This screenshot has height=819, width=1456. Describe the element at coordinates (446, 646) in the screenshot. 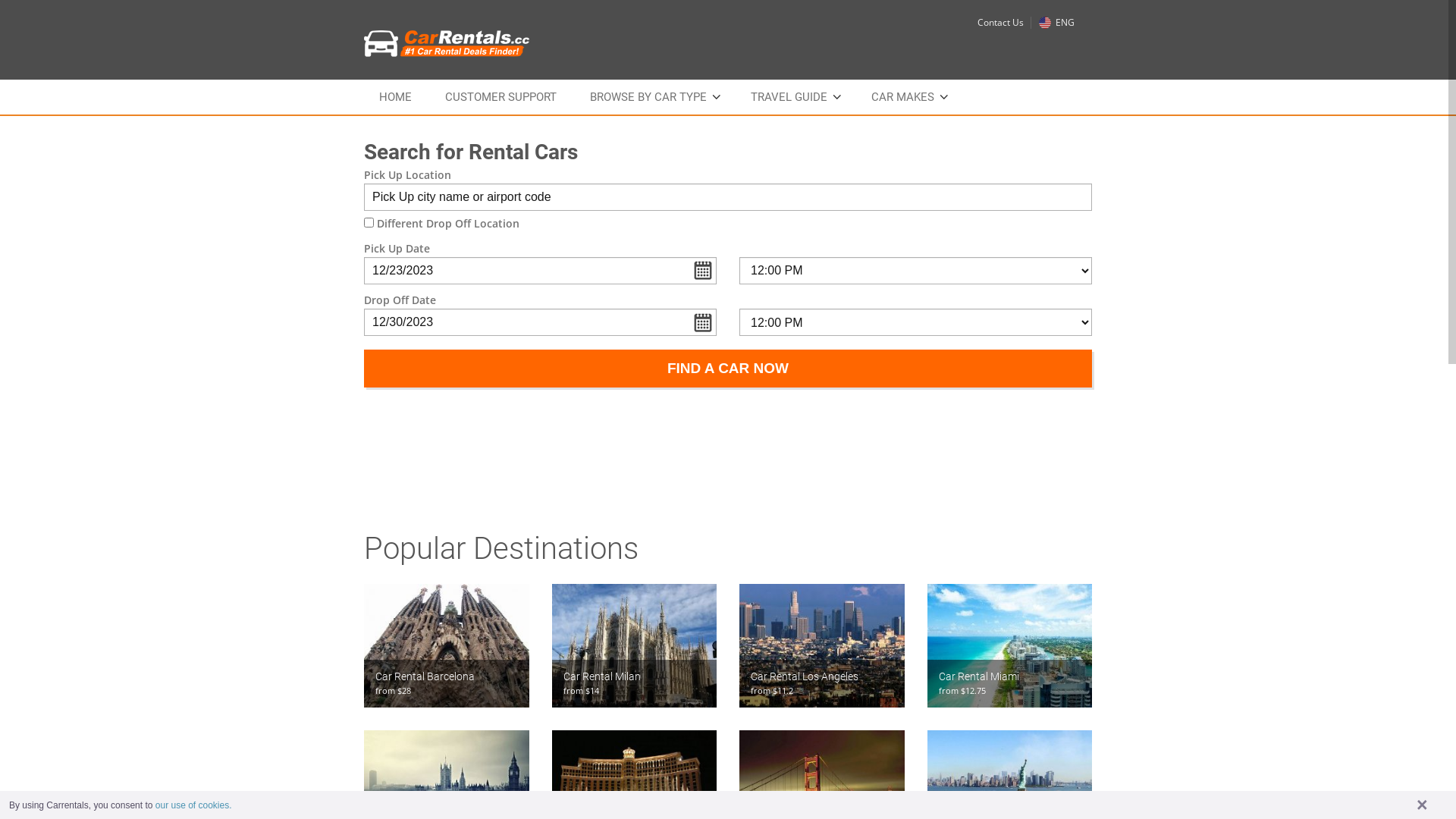

I see `'Car Rental Barcelona` at that location.